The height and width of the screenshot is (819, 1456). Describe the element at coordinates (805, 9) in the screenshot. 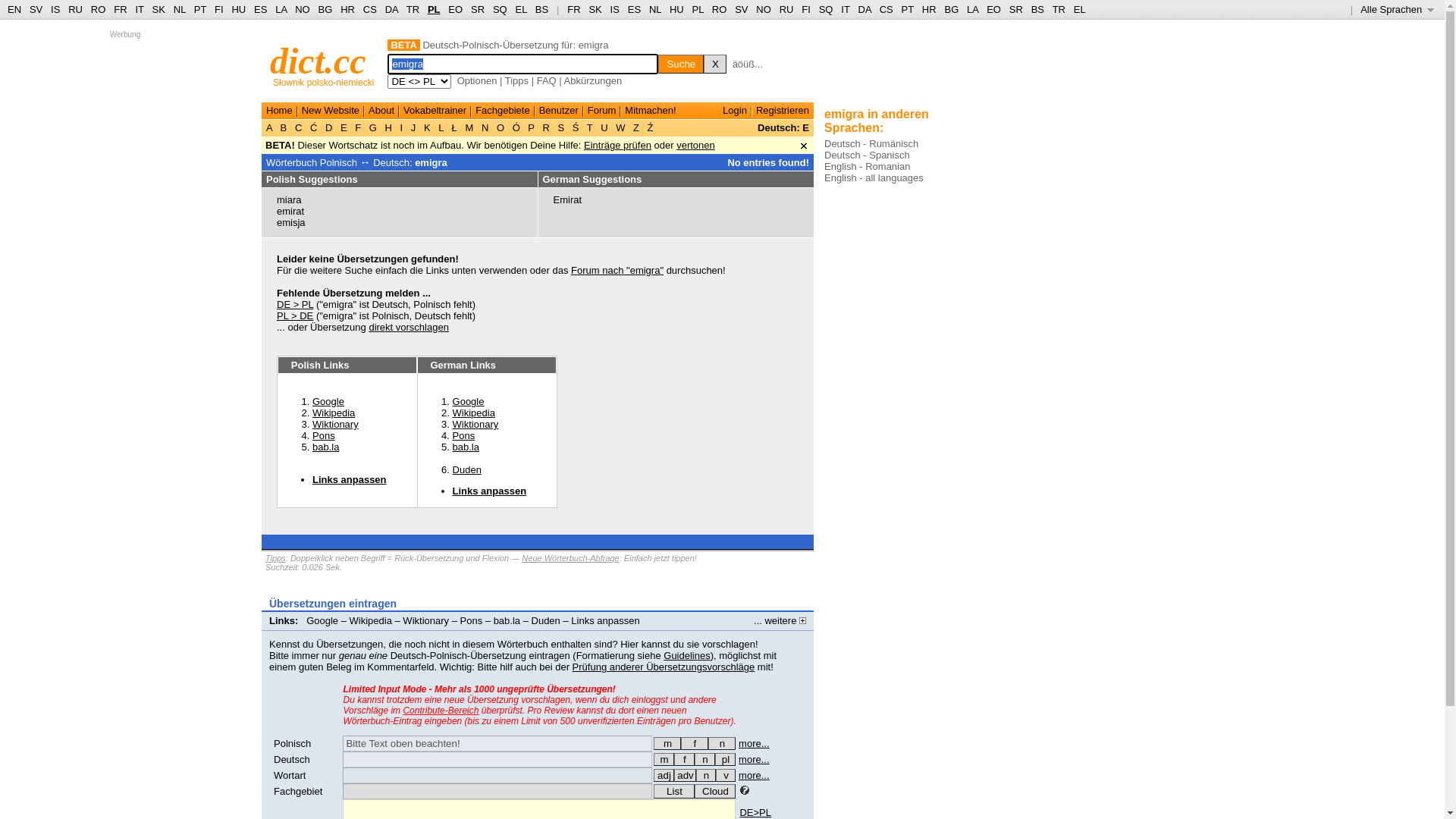

I see `'FI'` at that location.